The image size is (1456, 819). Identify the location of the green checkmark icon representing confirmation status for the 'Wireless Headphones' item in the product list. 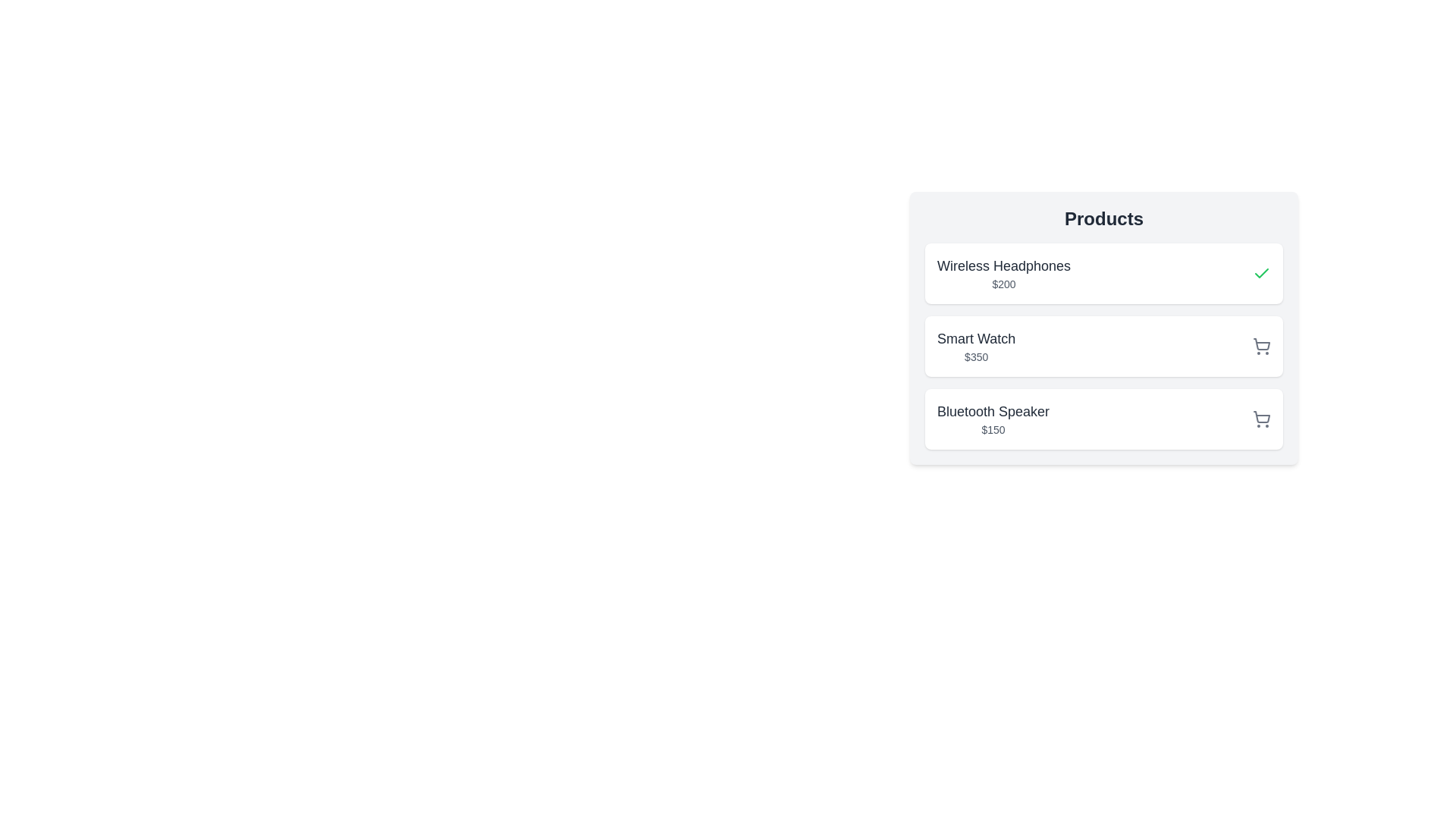
(1262, 271).